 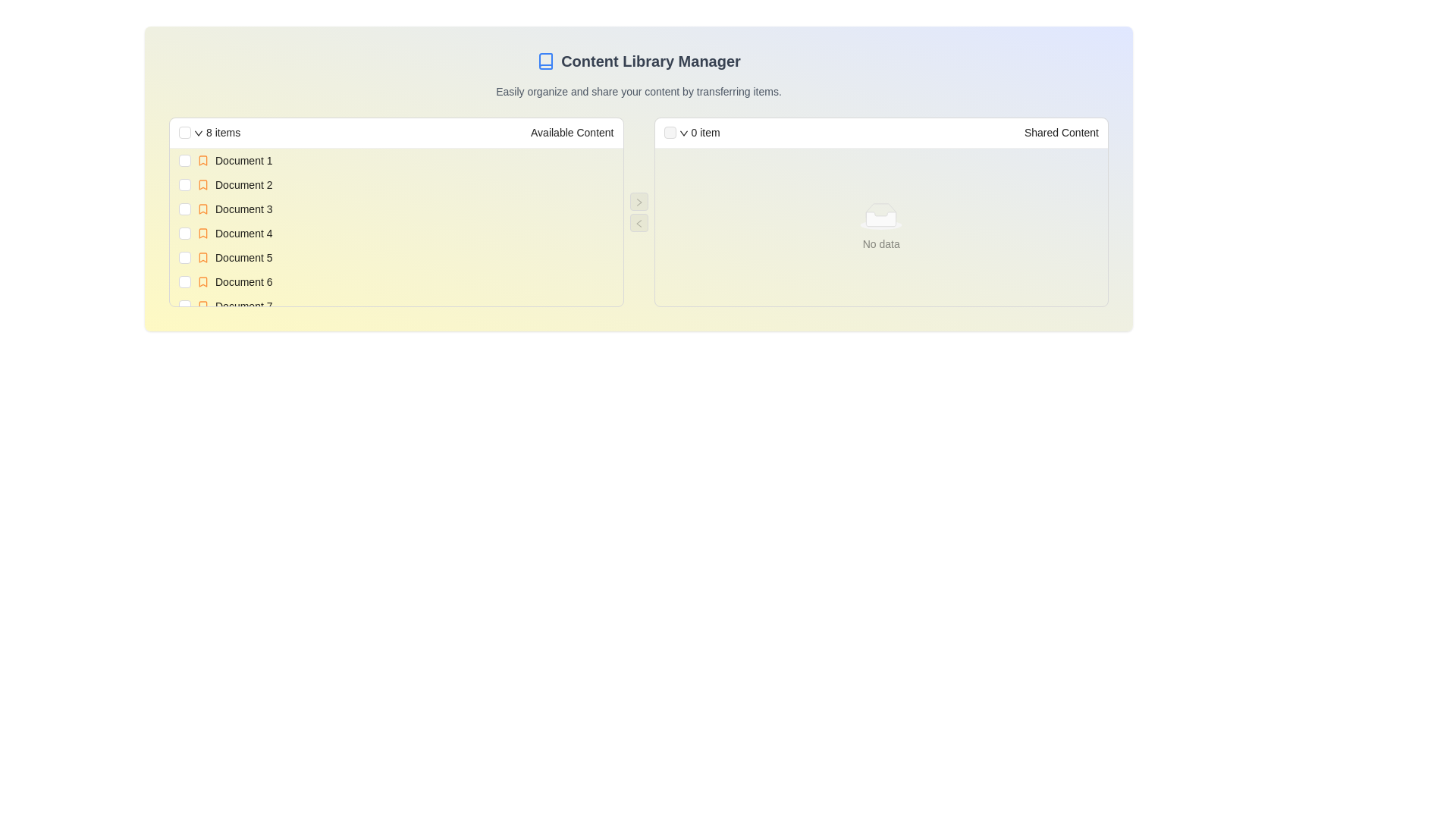 I want to click on the icon element resembling a light blue book schematic, located near the top-center of the interface, close to the 'Content Library Manager' text, so click(x=546, y=61).